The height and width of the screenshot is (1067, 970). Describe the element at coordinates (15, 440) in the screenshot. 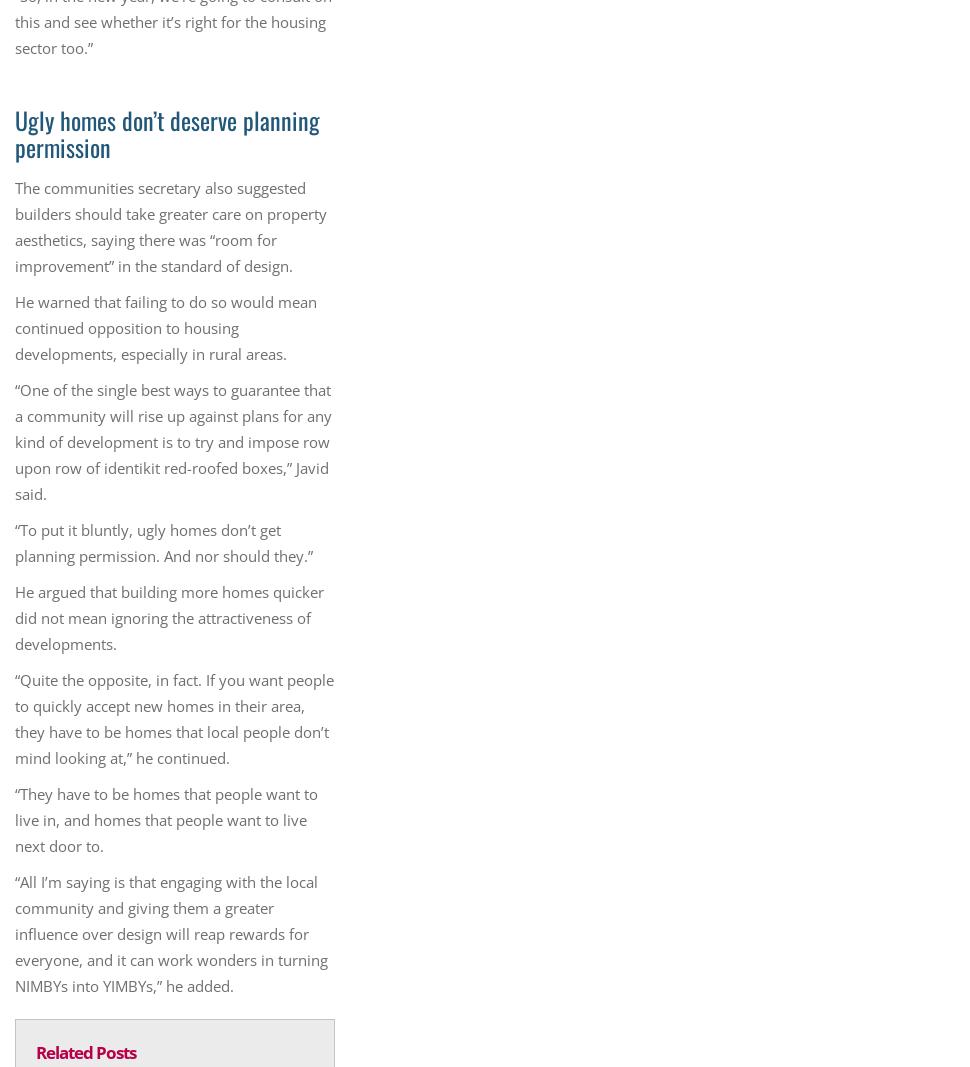

I see `'“One of the single best ways to guarantee that a community will rise up against plans for any kind of development is to try and impose row upon row of identikit red-roofed boxes,” Javid said.'` at that location.